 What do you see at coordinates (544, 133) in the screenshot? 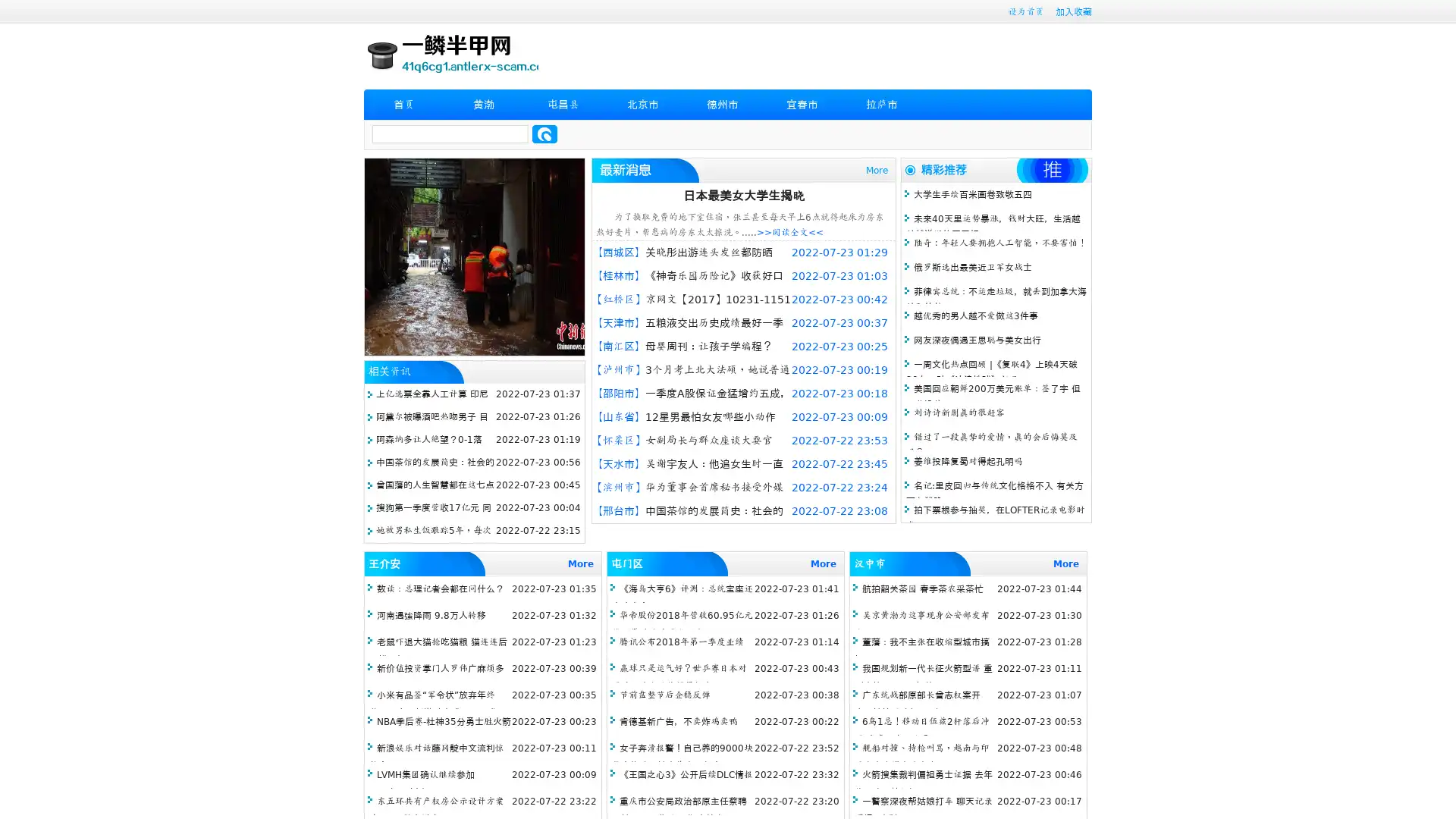
I see `Search` at bounding box center [544, 133].